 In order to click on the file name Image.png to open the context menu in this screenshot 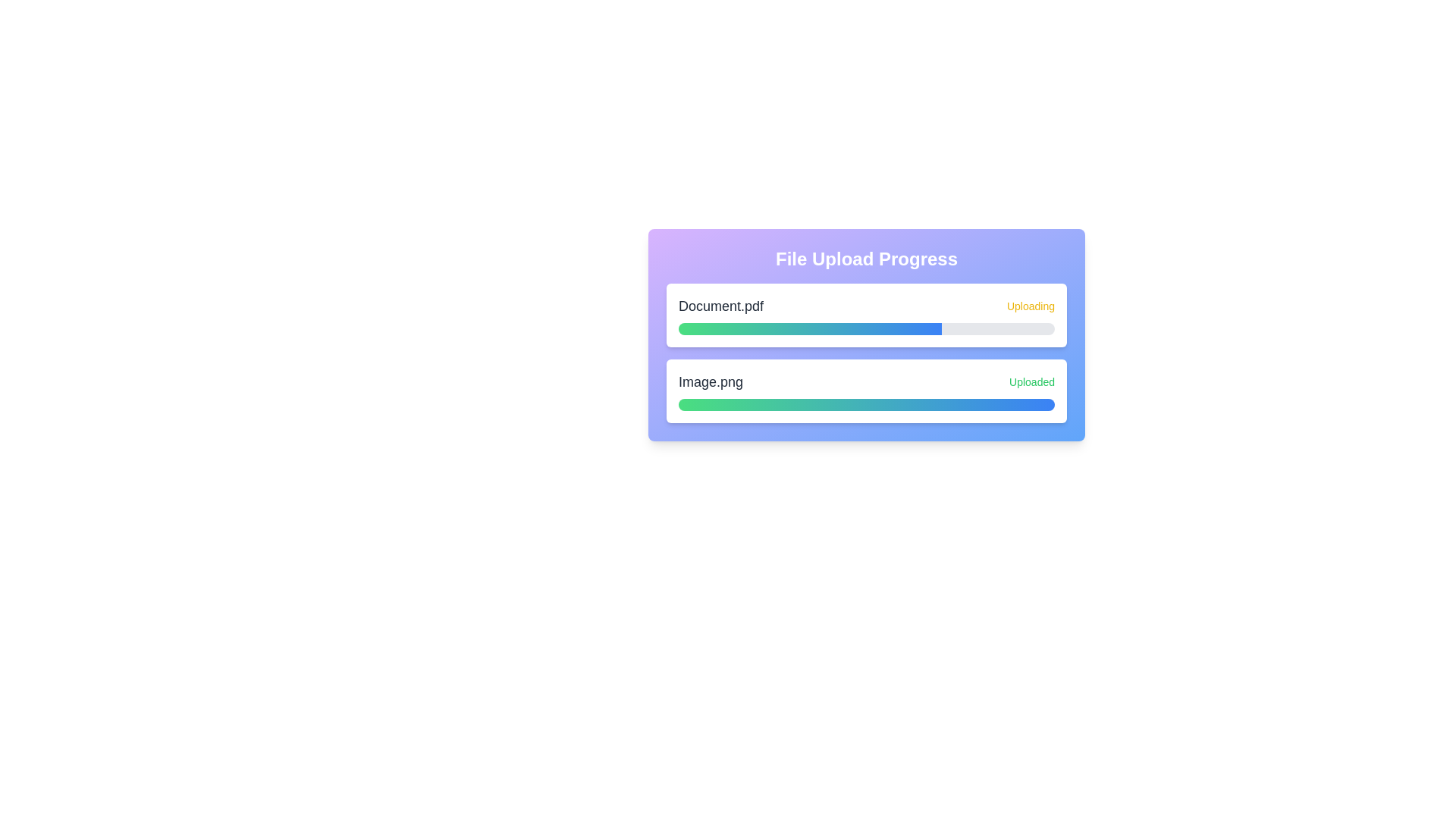, I will do `click(710, 381)`.